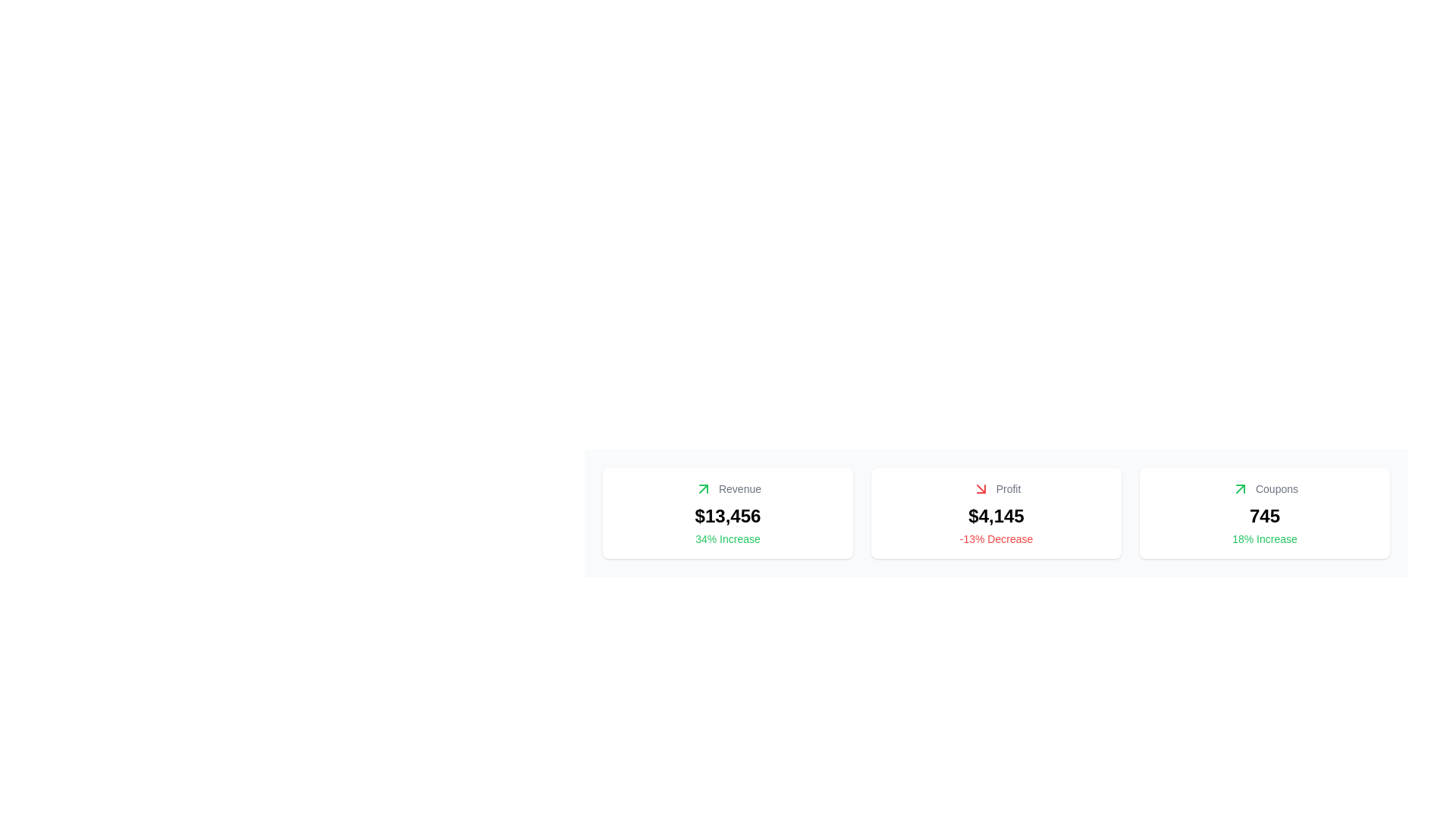 The width and height of the screenshot is (1456, 819). I want to click on the icon that represents an increase or positive trend, which is located to the left of the 'Revenue' text and above the associated metrics, so click(702, 488).